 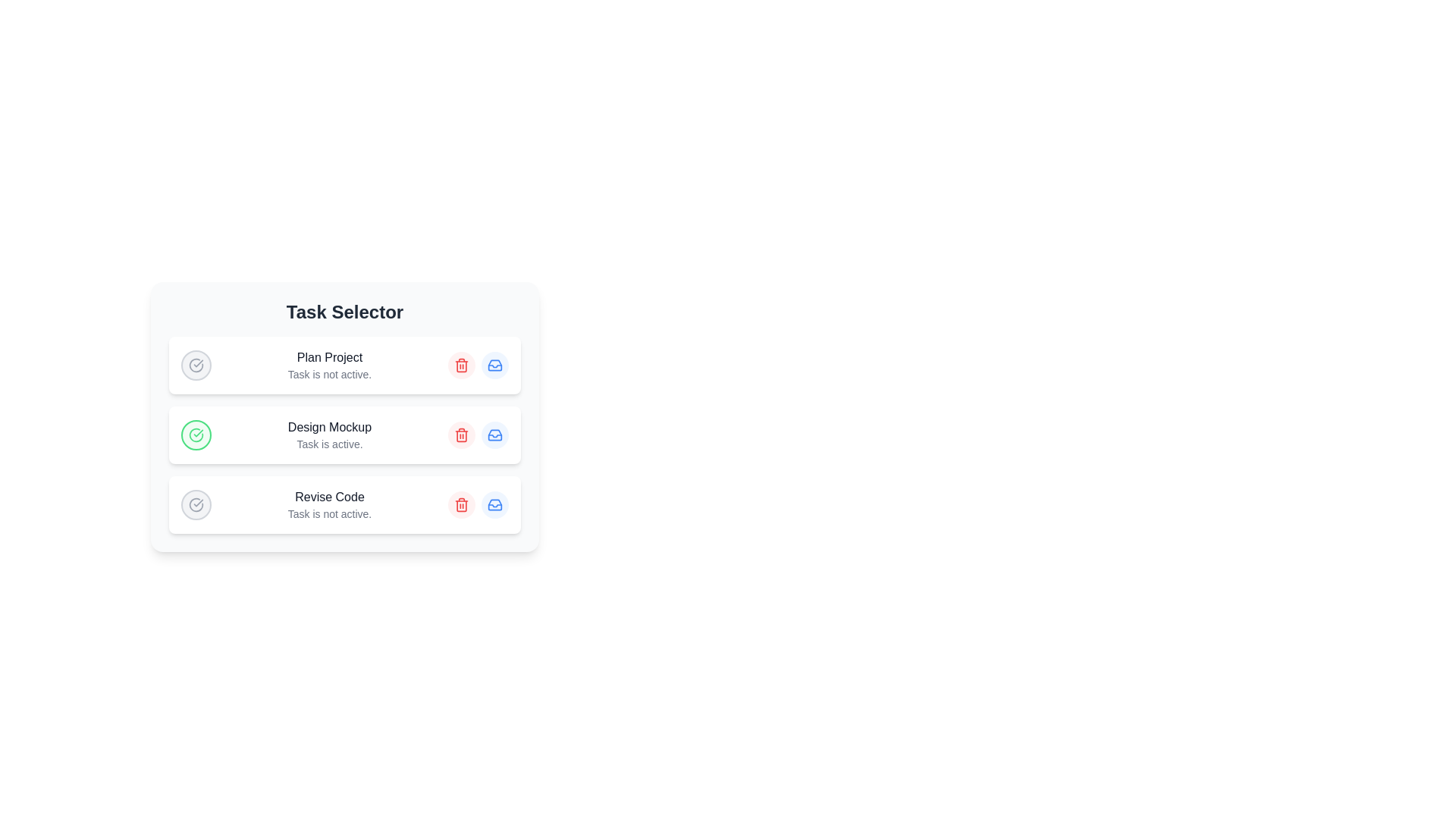 I want to click on the action button related to the 'Revise Code' task, which is the last button in a row of three, positioned to the far-right next to the trash icon, so click(x=494, y=505).